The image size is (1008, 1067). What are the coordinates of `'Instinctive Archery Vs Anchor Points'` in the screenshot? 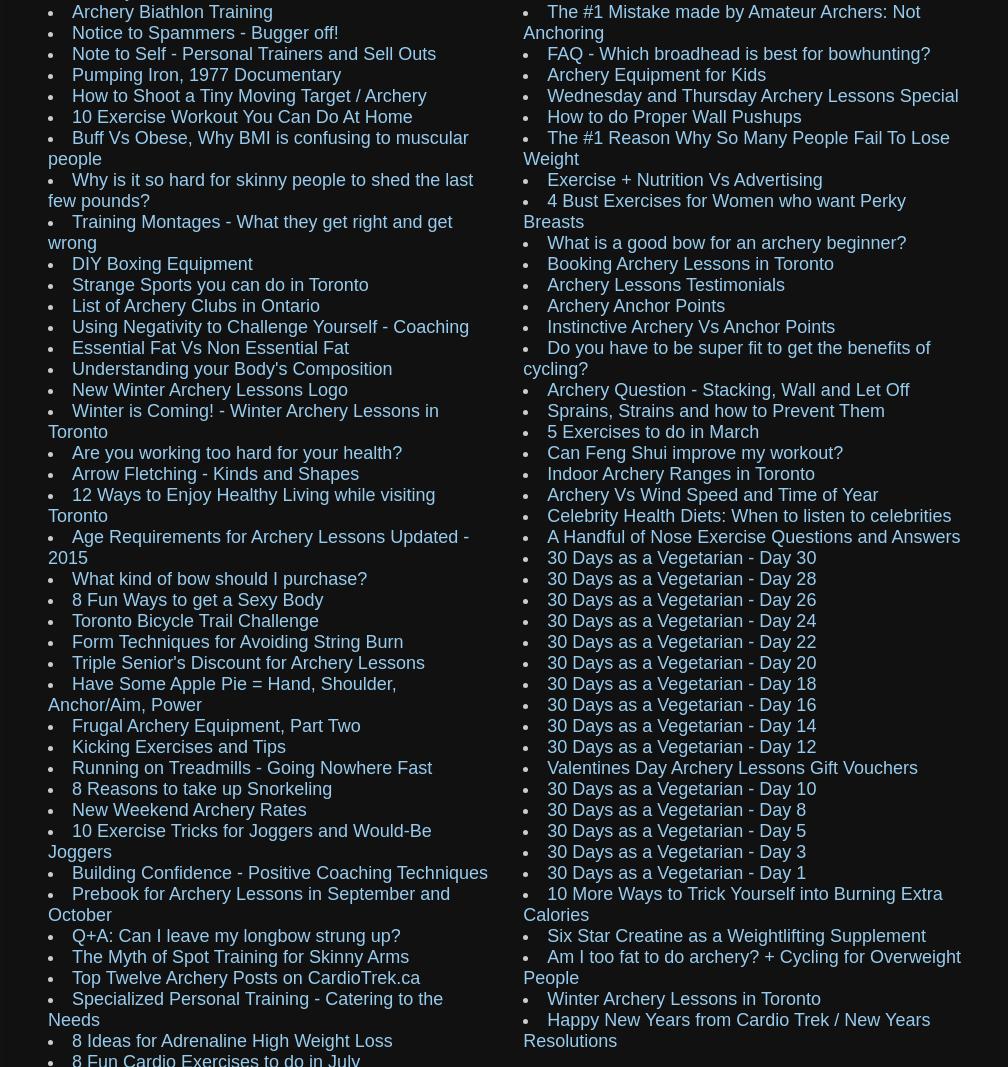 It's located at (690, 325).